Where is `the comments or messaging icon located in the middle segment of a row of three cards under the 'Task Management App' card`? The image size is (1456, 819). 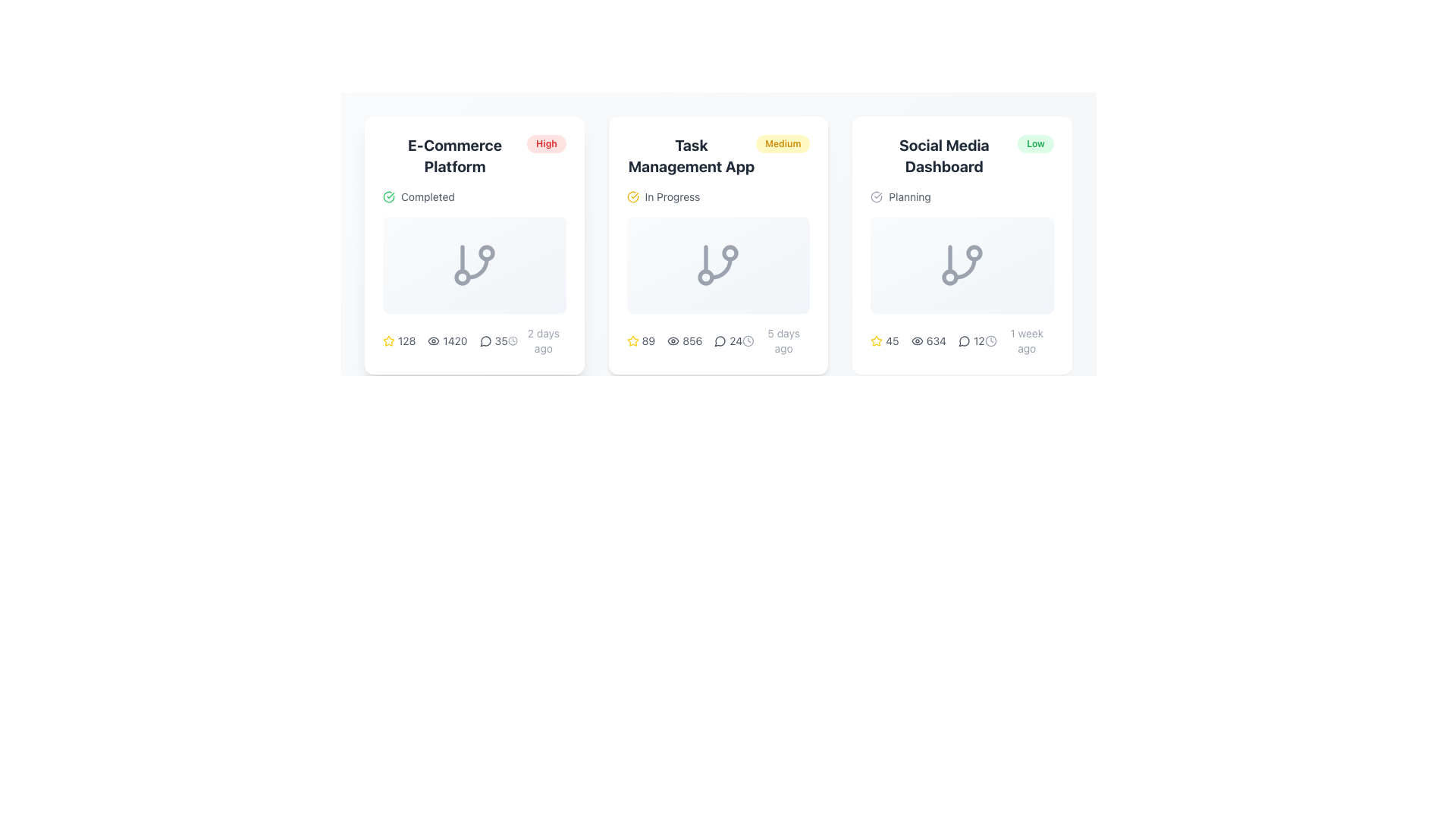
the comments or messaging icon located in the middle segment of a row of three cards under the 'Task Management App' card is located at coordinates (720, 341).